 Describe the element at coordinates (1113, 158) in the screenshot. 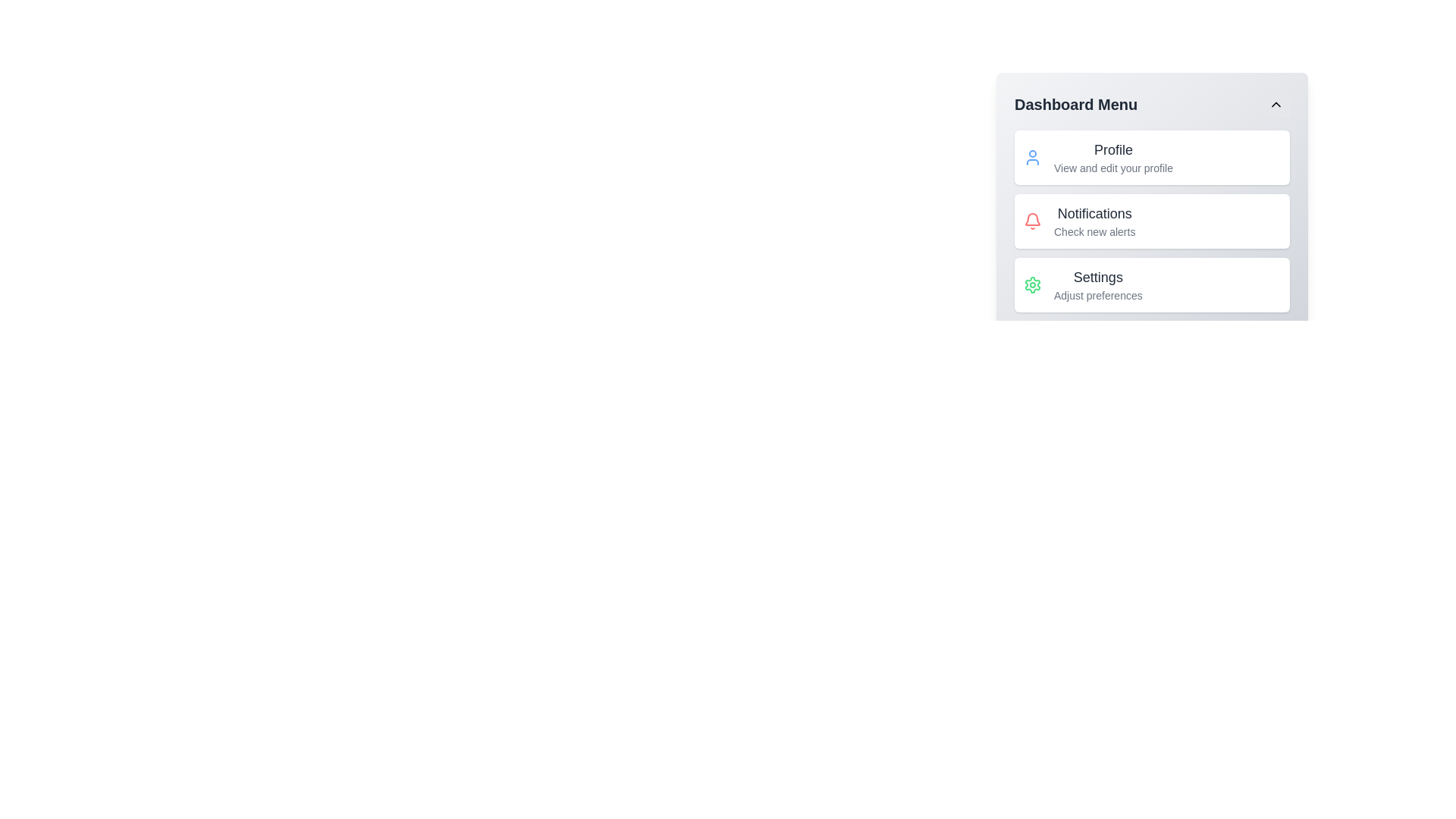

I see `the menu item labeled Profile to view its tooltip` at that location.